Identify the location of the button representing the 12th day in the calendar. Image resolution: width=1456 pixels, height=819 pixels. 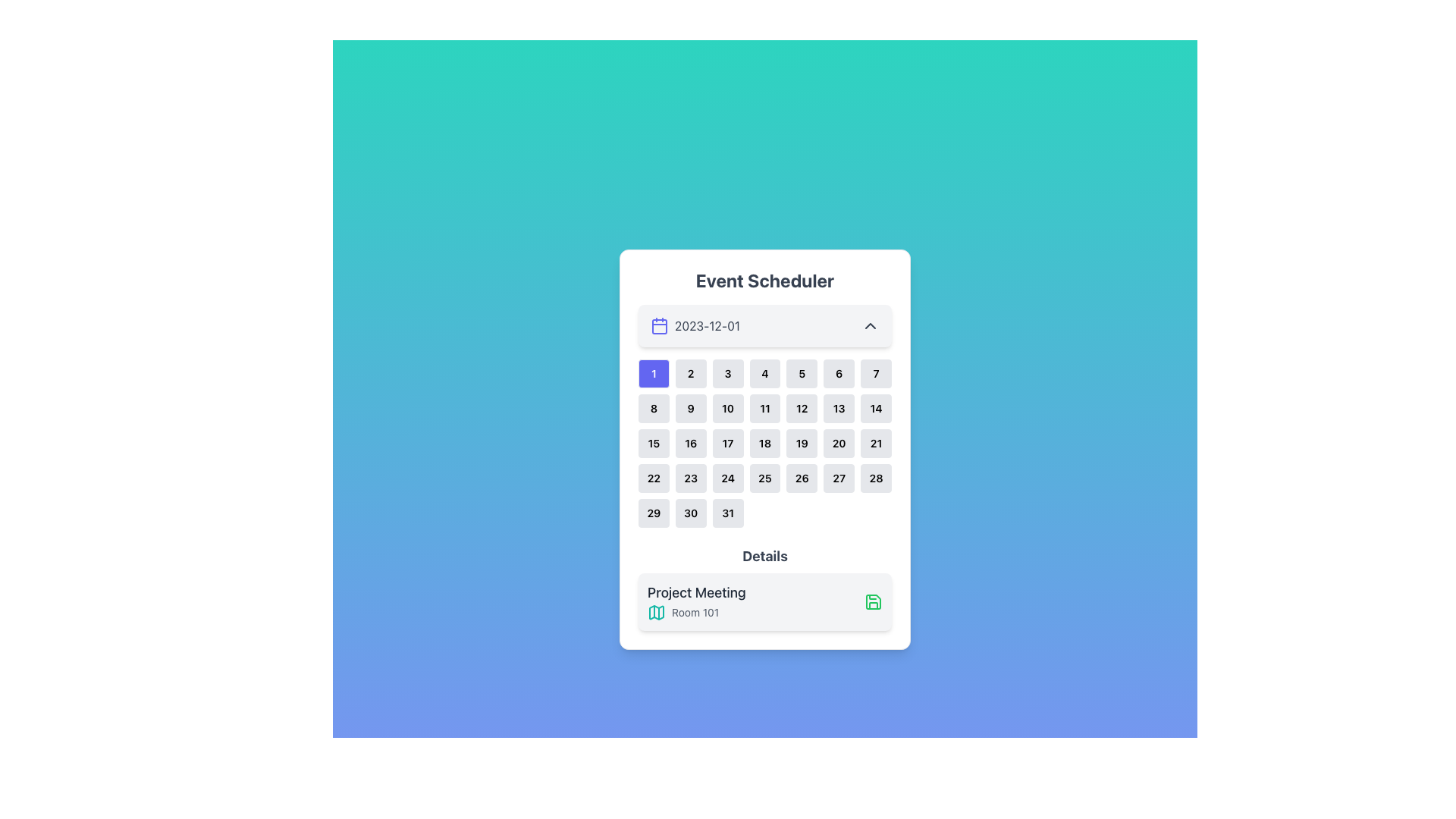
(801, 408).